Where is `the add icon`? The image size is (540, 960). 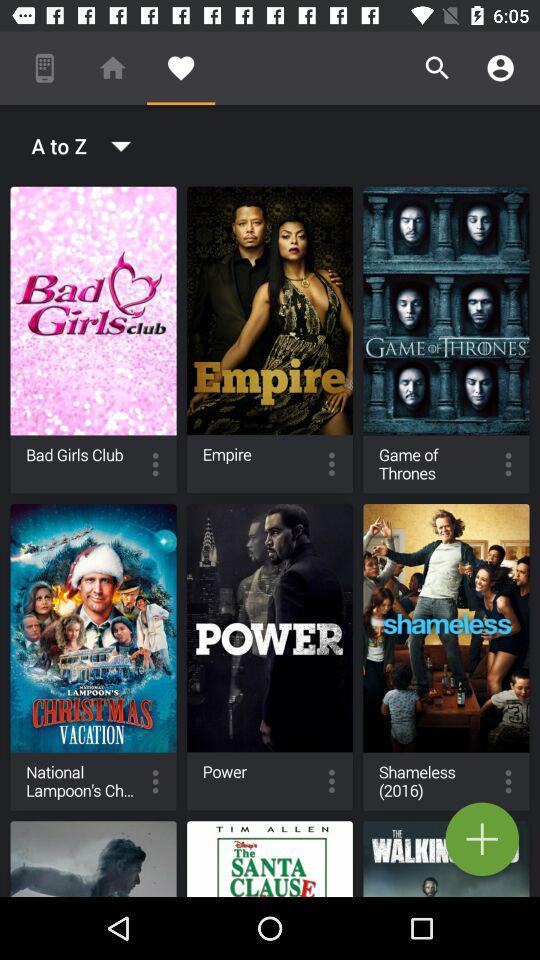 the add icon is located at coordinates (481, 839).